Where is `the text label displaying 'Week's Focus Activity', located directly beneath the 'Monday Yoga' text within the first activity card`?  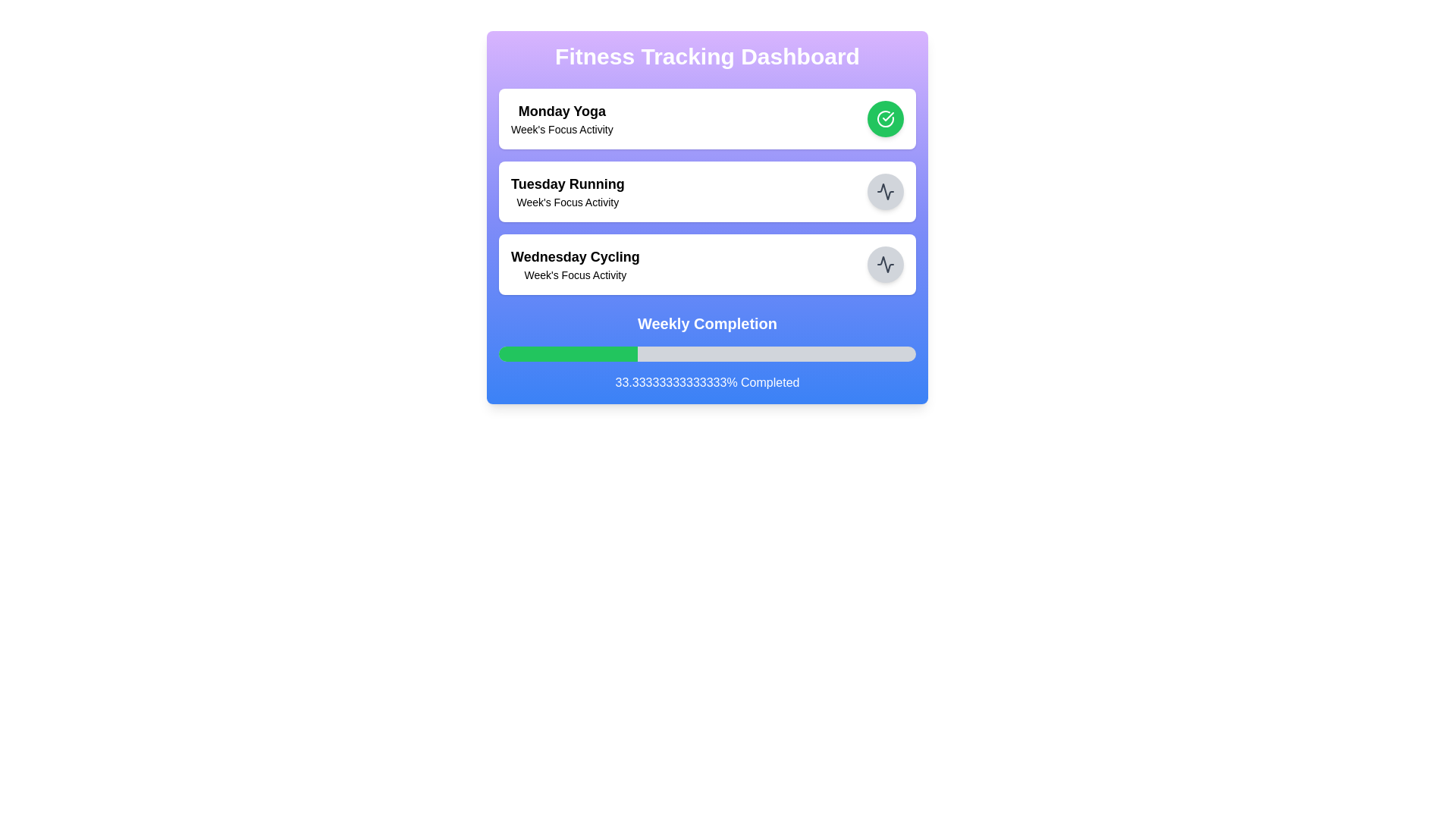
the text label displaying 'Week's Focus Activity', located directly beneath the 'Monday Yoga' text within the first activity card is located at coordinates (561, 128).